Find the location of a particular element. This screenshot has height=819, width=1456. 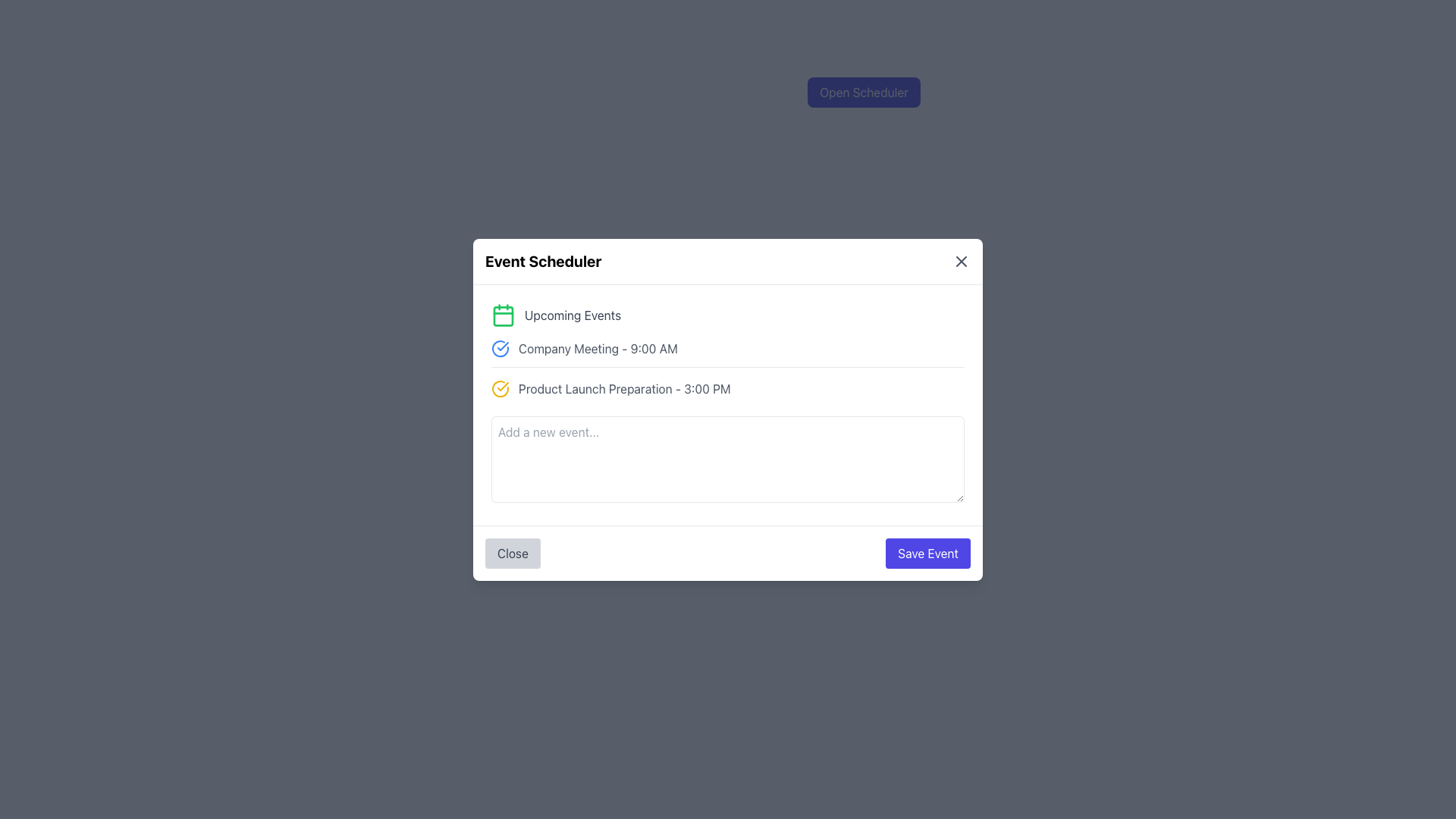

the blue circular checkmark icon located at the leftmost side of the row displaying 'Company Meeting - 9:00 AM' in the 'Event Scheduler' dialog box is located at coordinates (500, 348).